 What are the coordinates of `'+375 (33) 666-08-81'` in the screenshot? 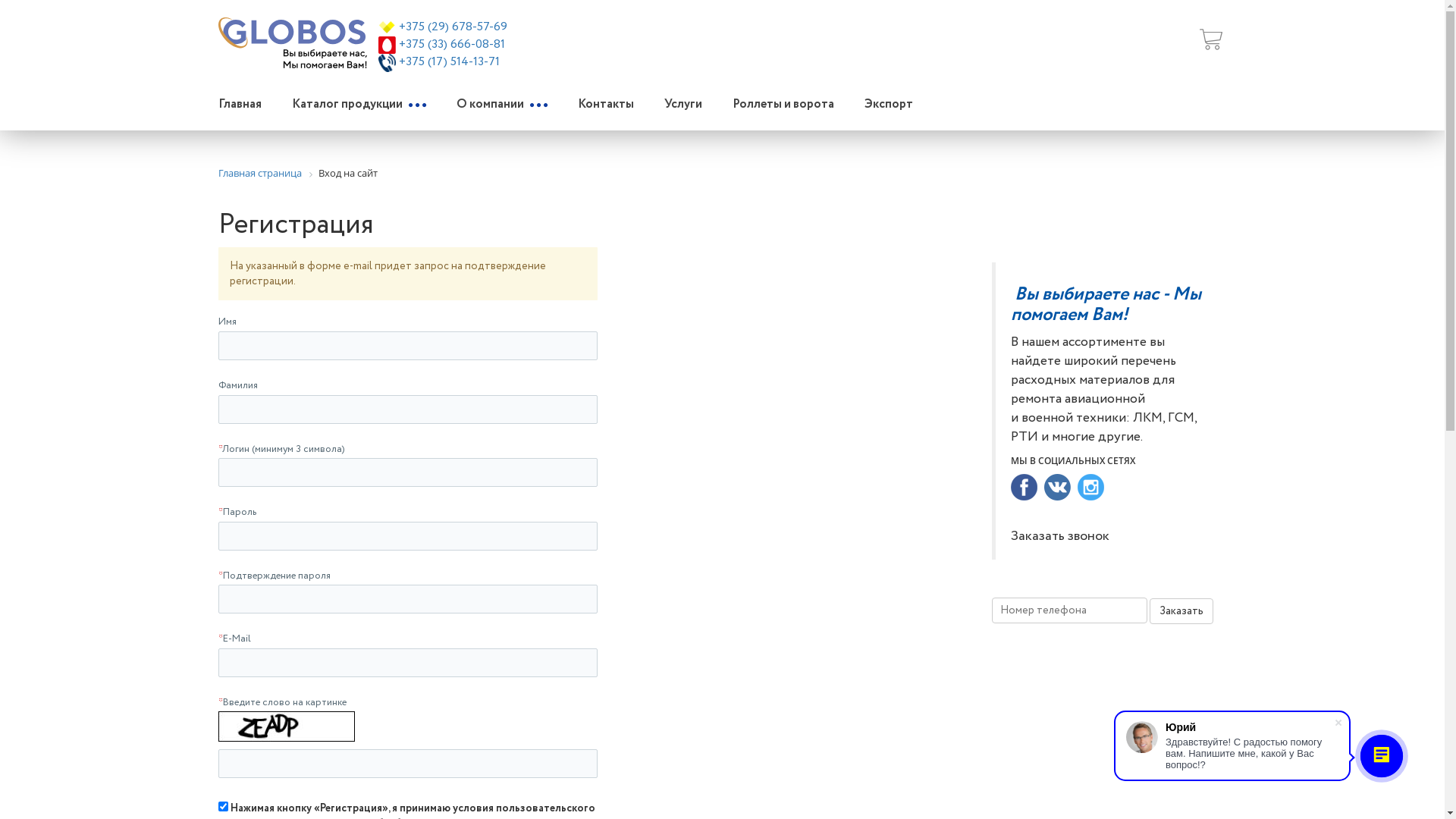 It's located at (399, 43).